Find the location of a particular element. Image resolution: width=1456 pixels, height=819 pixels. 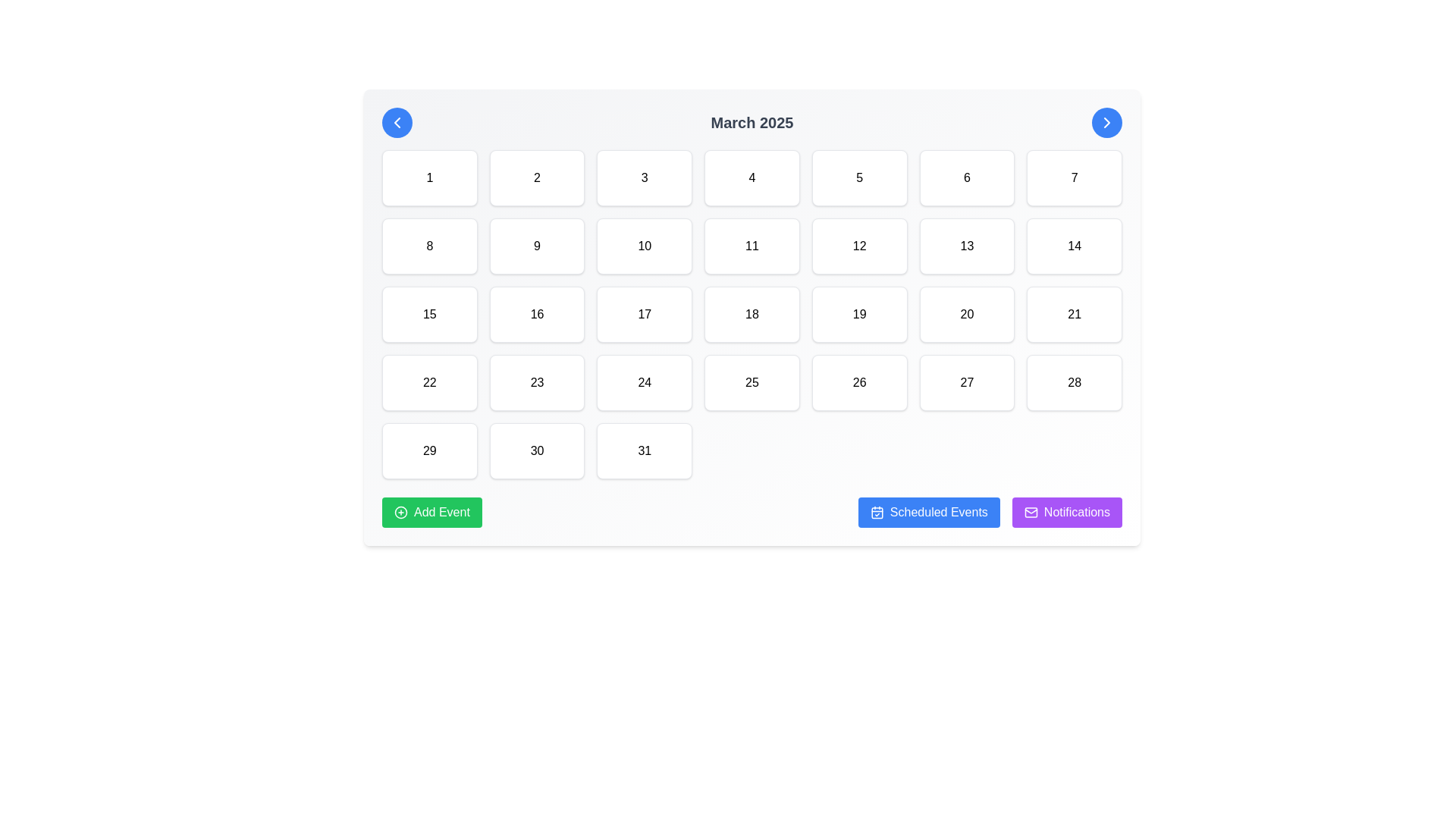

the Calendar date cell located at the beginning of the third row in a grid of 7 columns is located at coordinates (428, 314).